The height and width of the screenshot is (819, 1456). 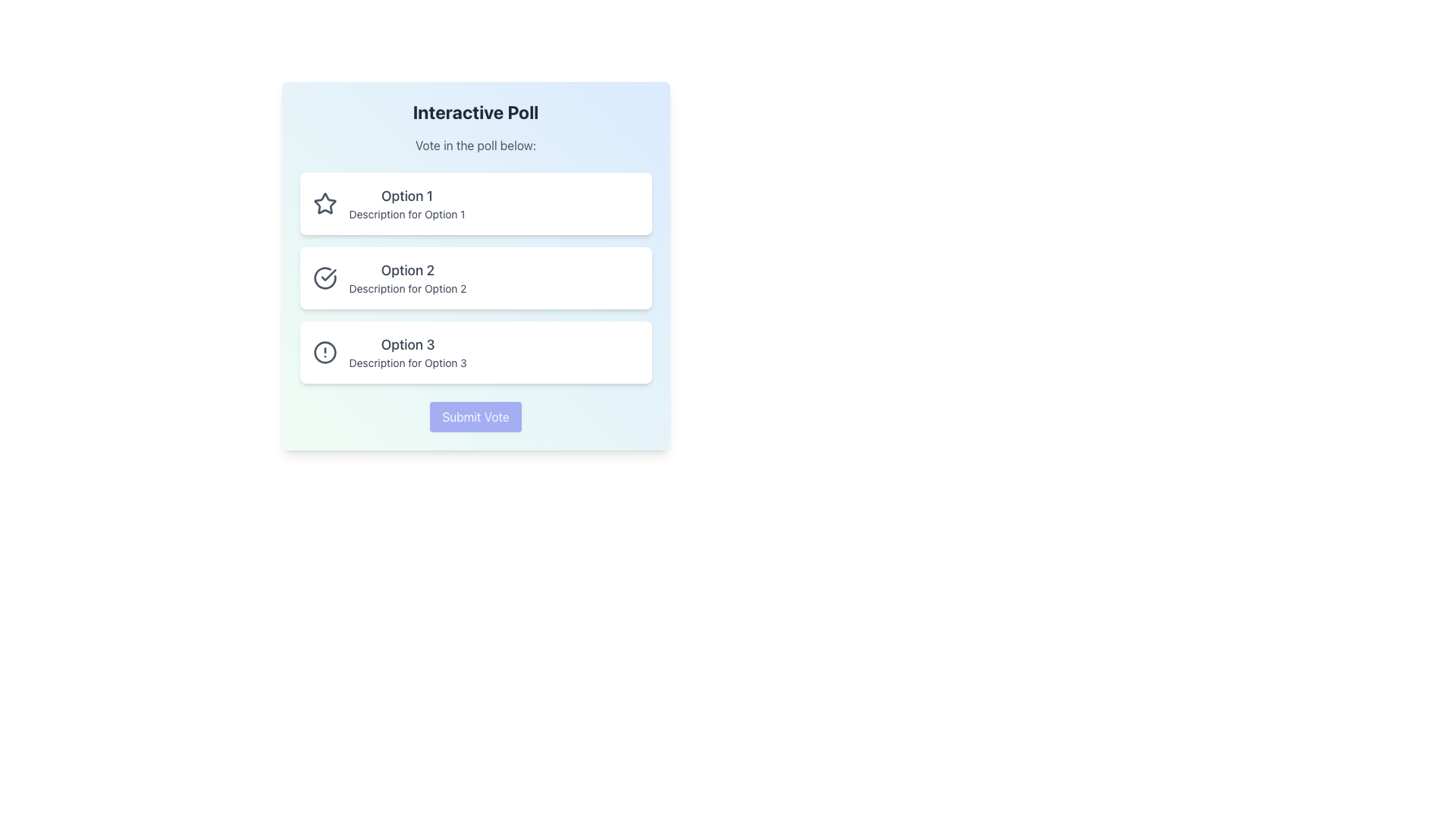 What do you see at coordinates (407, 270) in the screenshot?
I see `the text label that identifies 'Option 2' in the interactive poll, which is center-aligned under the heading 'Interactive Poll'` at bounding box center [407, 270].